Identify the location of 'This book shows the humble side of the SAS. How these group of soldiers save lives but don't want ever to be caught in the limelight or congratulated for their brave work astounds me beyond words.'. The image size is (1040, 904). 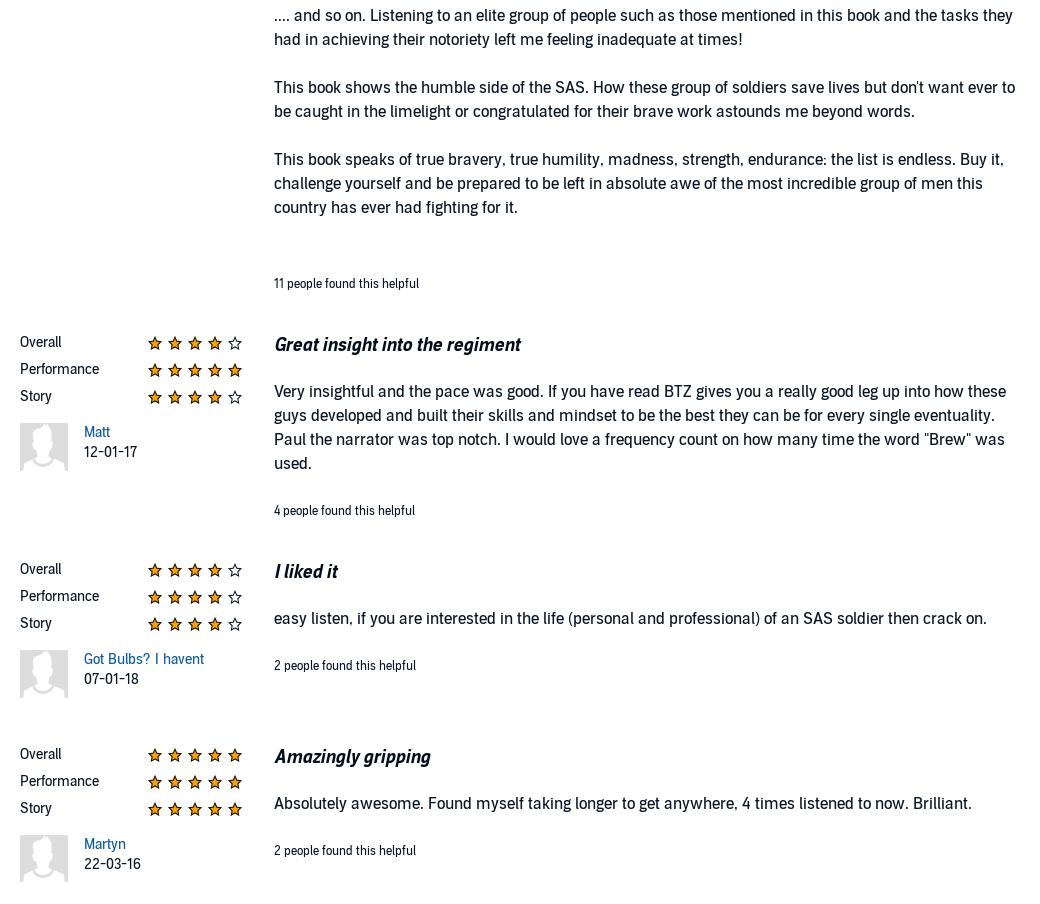
(643, 99).